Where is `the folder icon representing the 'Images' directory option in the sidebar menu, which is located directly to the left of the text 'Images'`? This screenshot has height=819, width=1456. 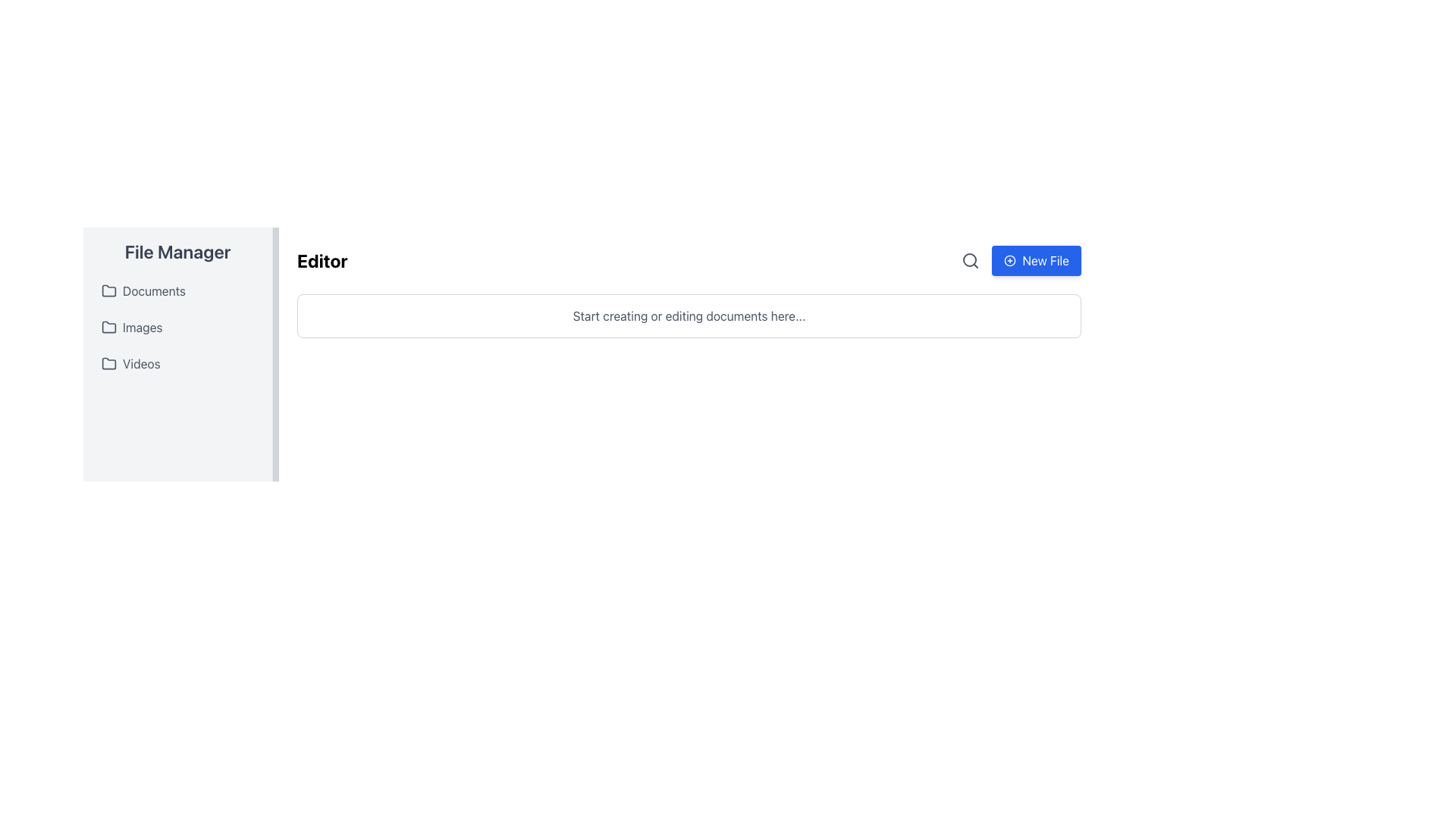 the folder icon representing the 'Images' directory option in the sidebar menu, which is located directly to the left of the text 'Images' is located at coordinates (108, 327).